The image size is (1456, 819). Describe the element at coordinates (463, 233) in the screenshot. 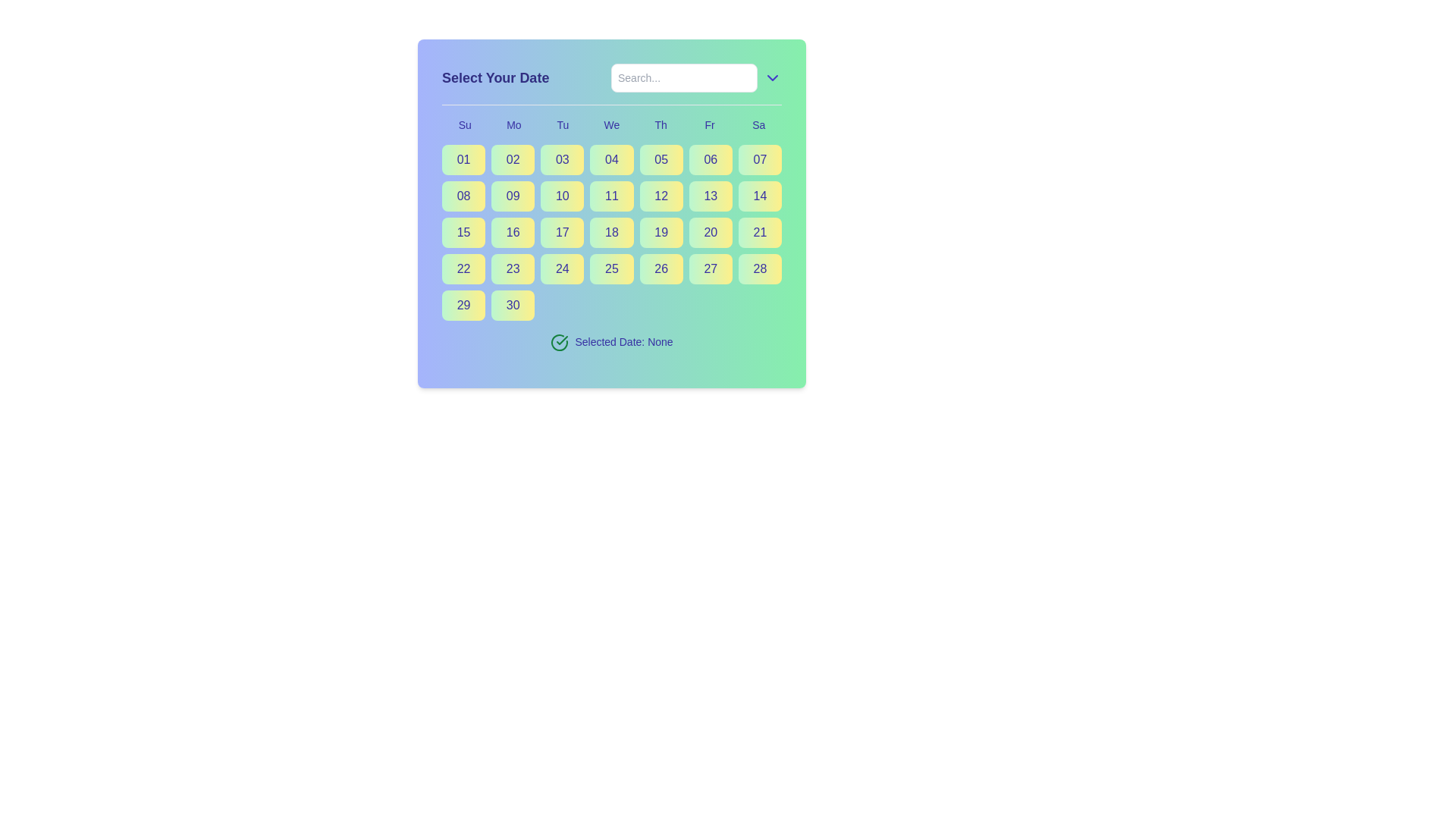

I see `the button with the number '15' in a prominent font style and a color gradient background transitioning from green to yellow` at that location.